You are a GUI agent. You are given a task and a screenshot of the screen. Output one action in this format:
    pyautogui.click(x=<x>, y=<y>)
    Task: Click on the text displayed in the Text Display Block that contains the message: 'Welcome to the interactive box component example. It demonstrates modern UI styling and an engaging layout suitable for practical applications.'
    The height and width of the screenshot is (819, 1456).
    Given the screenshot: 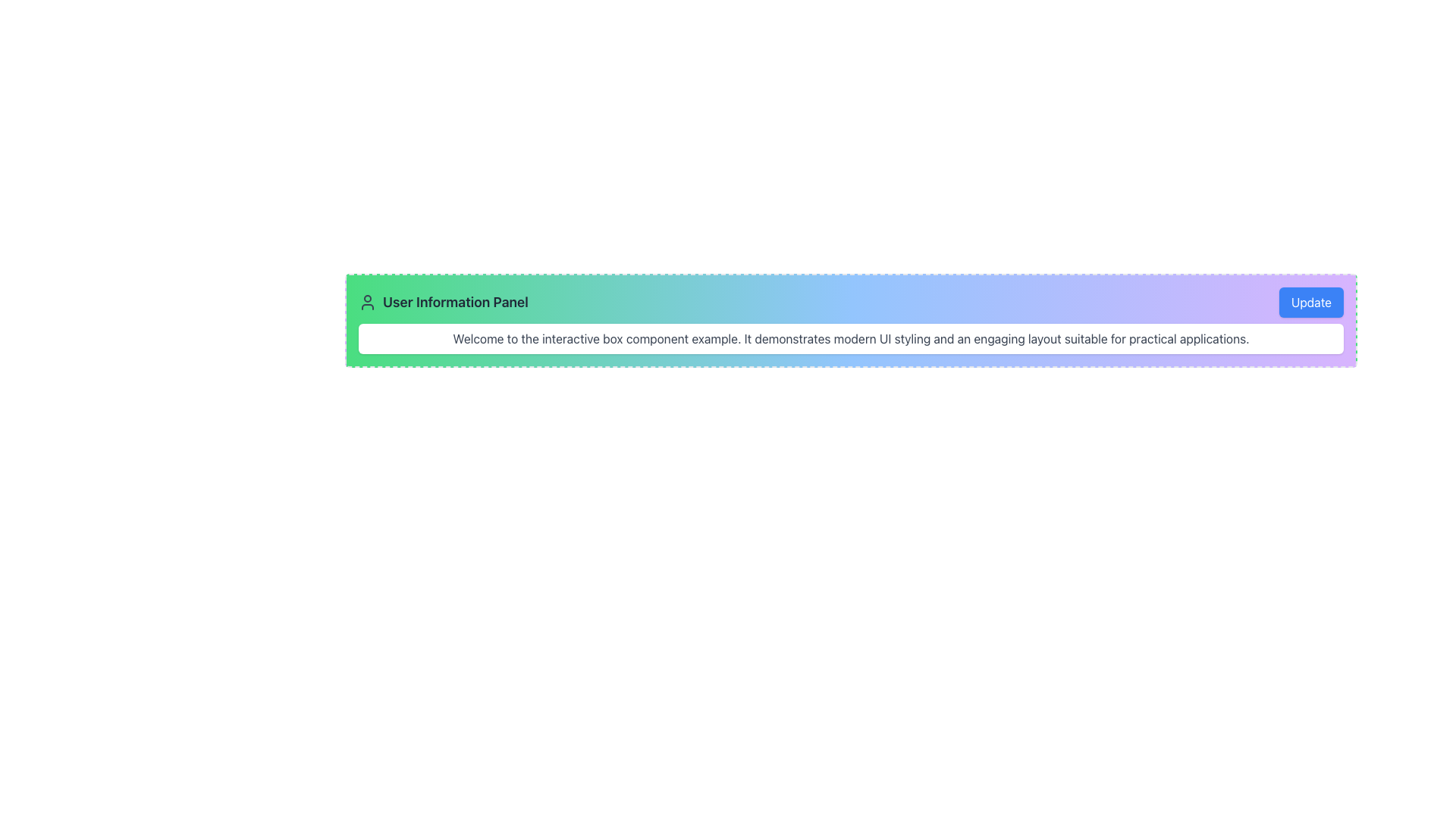 What is the action you would take?
    pyautogui.click(x=851, y=338)
    